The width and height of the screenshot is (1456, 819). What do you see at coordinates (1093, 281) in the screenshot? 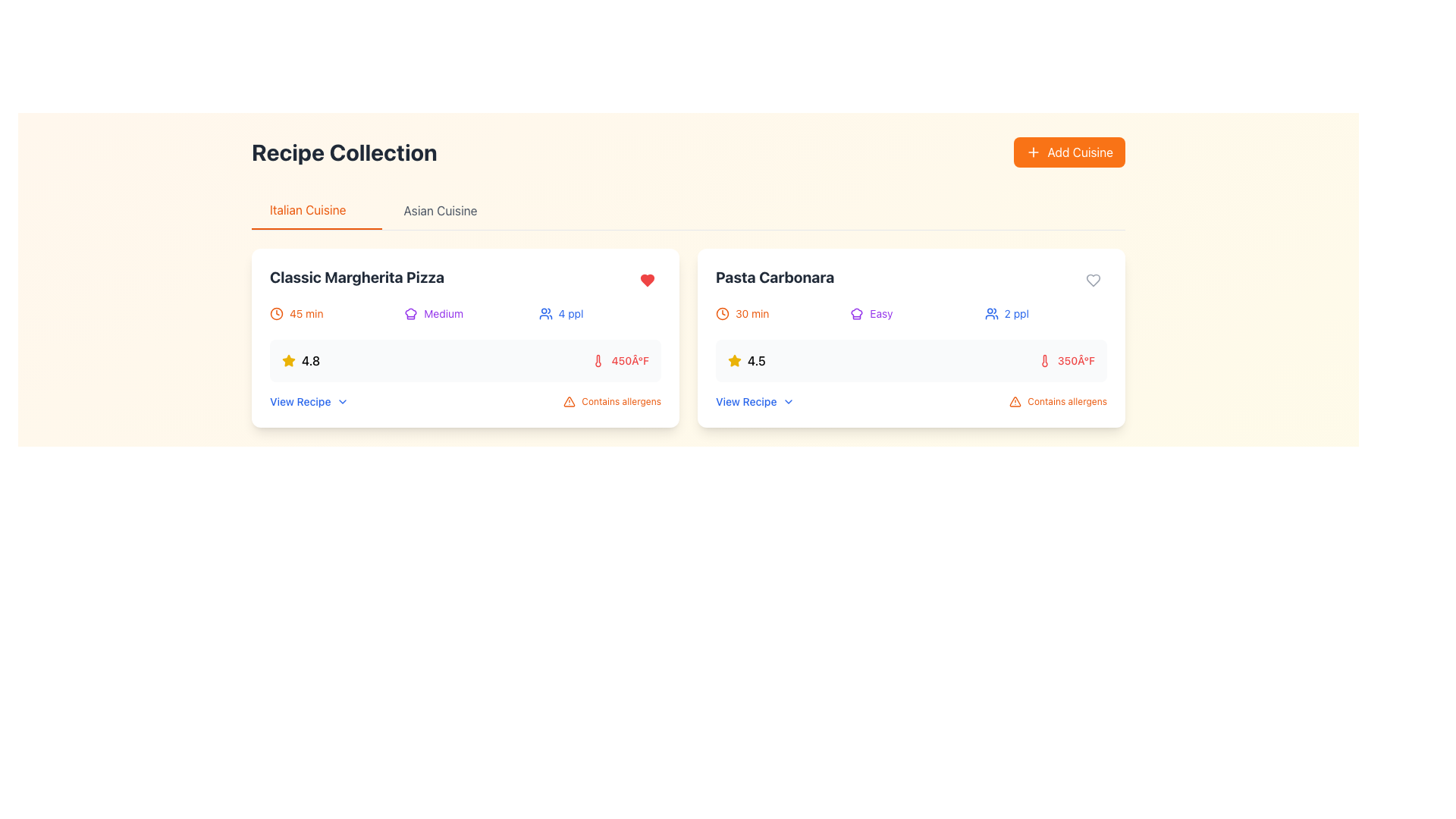
I see `the favorite/like button located in the top-right corner of the 'Pasta Carbonara' recipe card to mark it as a favorite` at bounding box center [1093, 281].